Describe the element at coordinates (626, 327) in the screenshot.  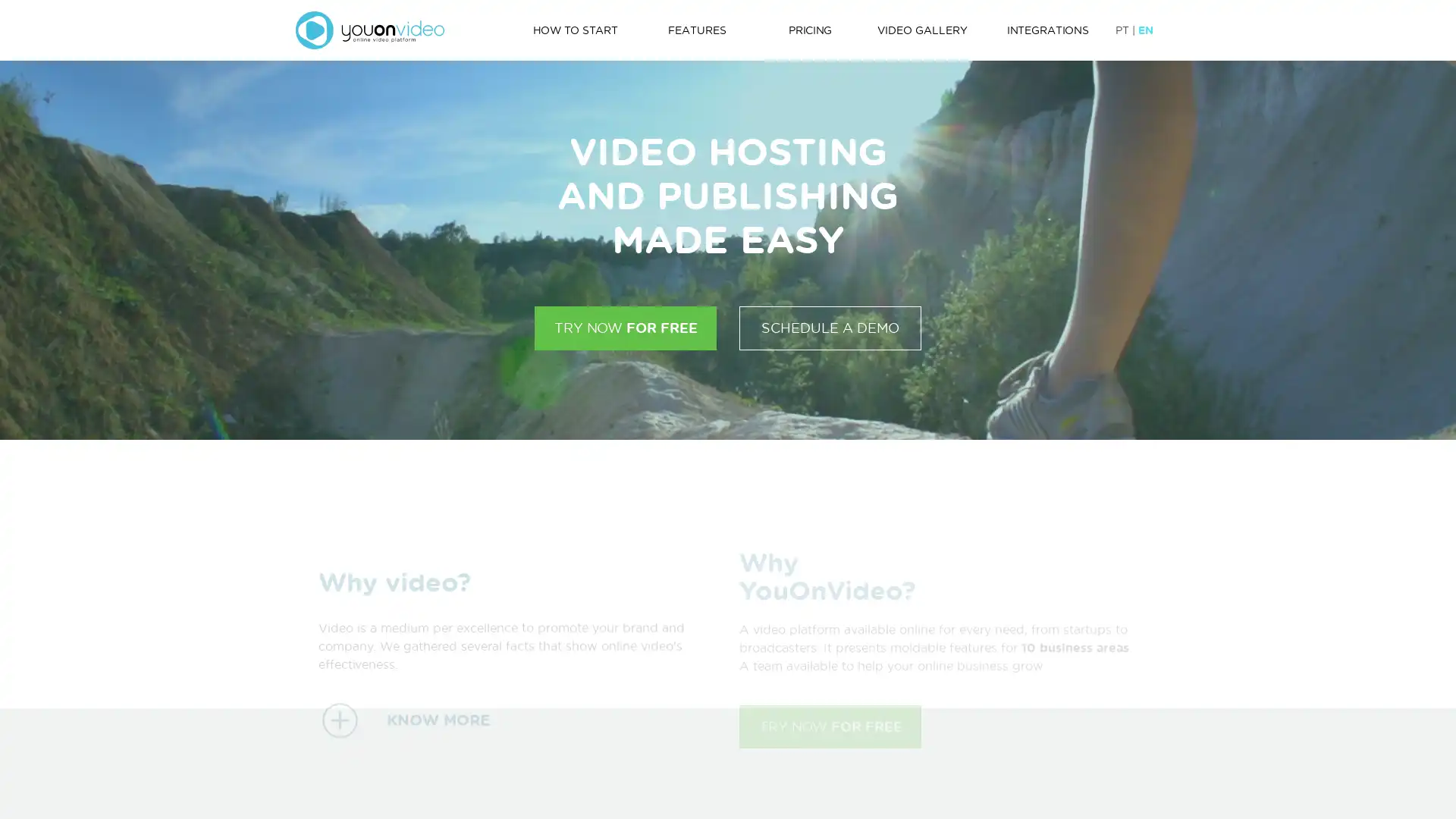
I see `TRY NOW FOR FREE` at that location.